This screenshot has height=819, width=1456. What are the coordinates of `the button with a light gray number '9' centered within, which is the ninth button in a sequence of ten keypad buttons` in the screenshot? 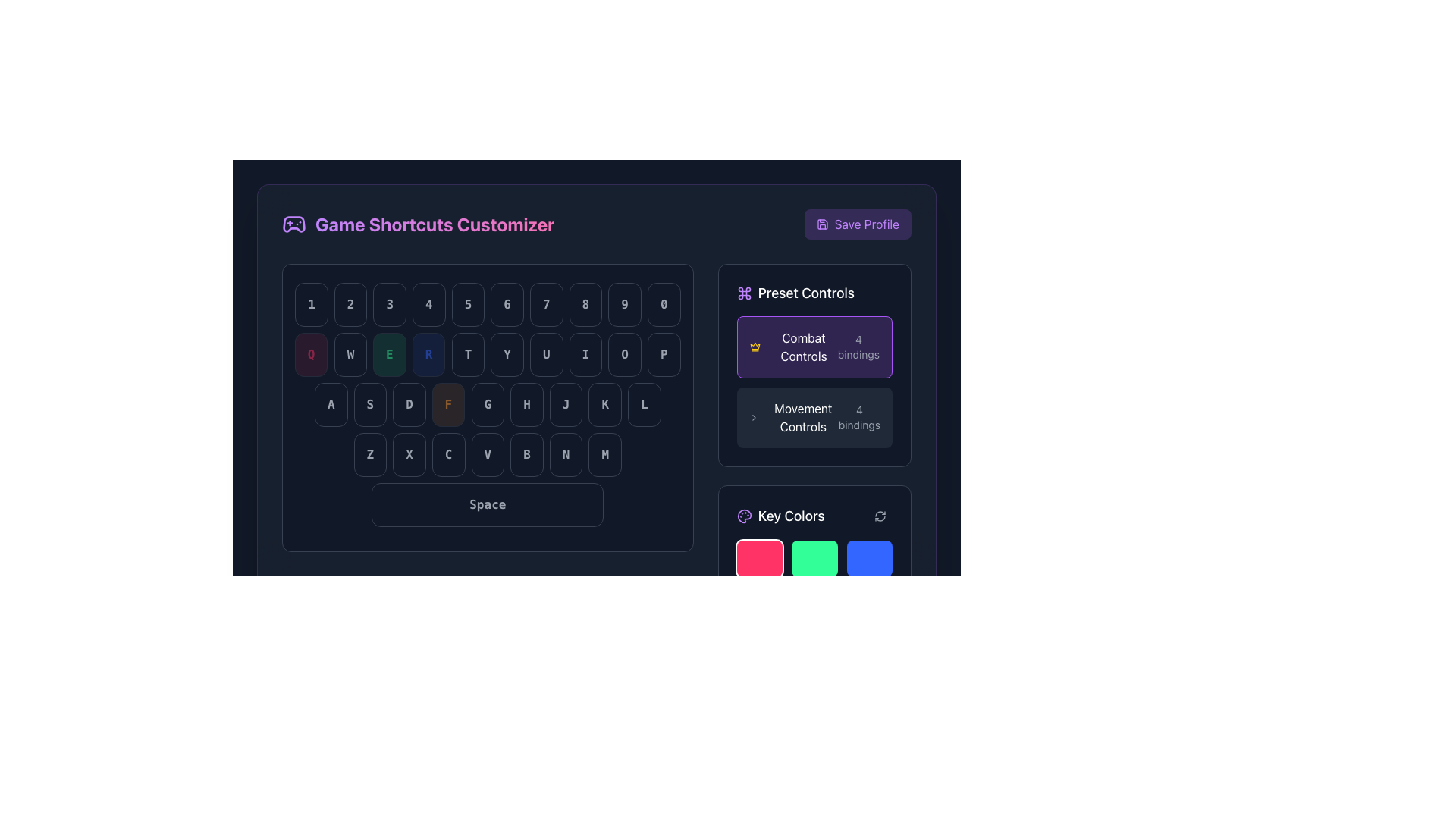 It's located at (625, 304).